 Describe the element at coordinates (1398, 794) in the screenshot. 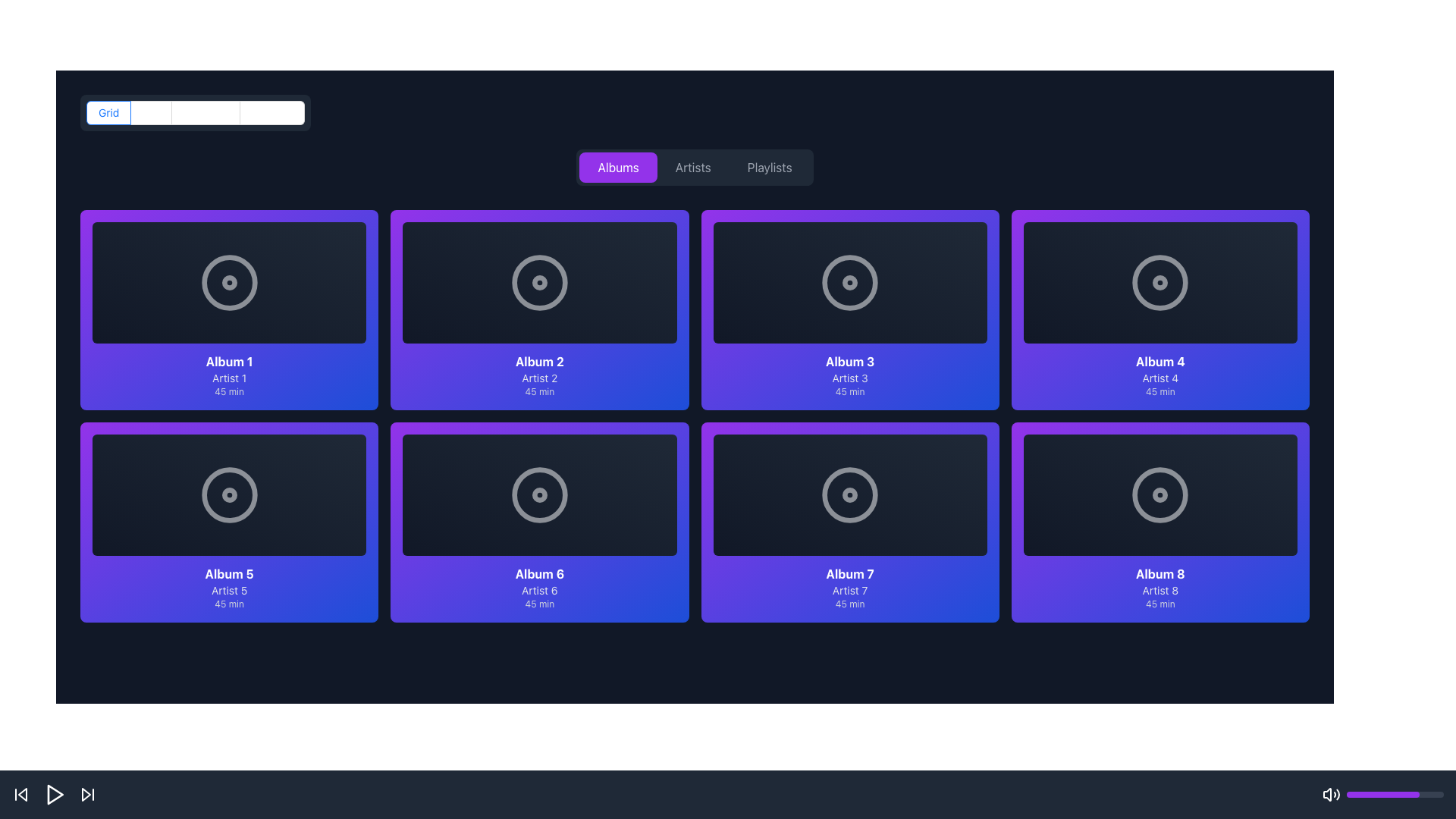

I see `the slider value` at that location.